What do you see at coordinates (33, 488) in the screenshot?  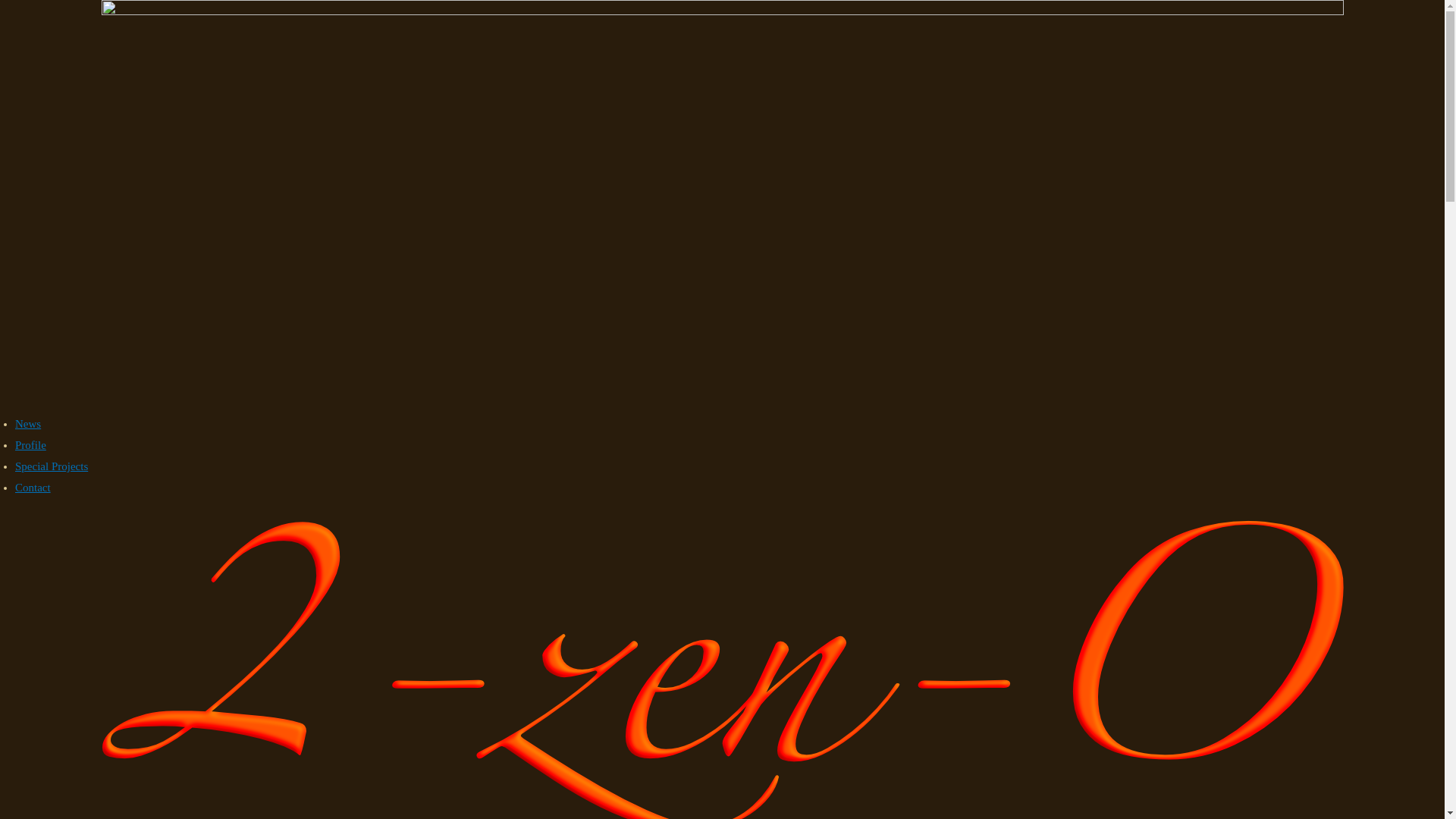 I see `'Contact'` at bounding box center [33, 488].